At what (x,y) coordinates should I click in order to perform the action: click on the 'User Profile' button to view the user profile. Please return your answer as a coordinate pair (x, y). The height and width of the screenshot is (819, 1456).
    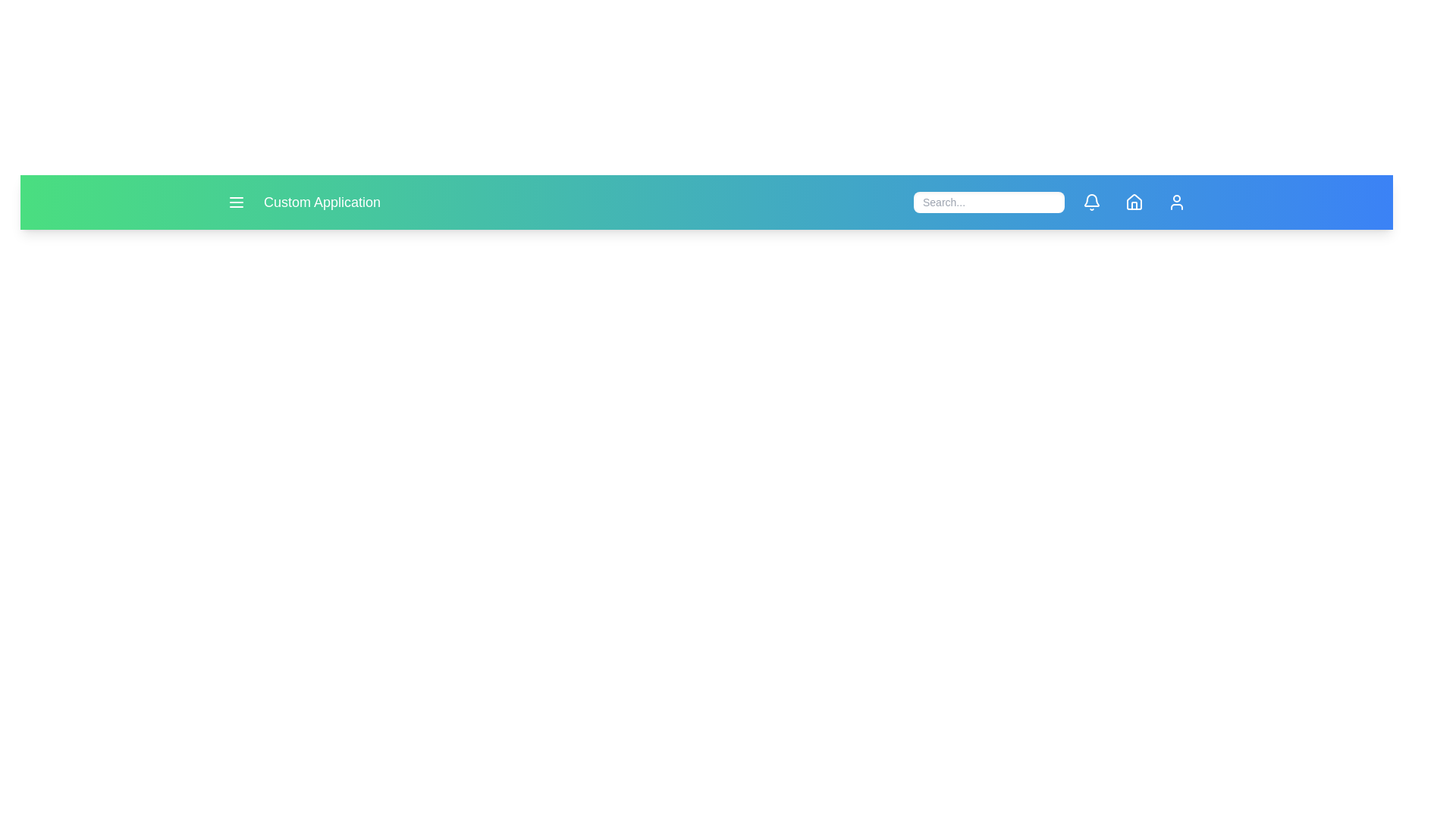
    Looking at the image, I should click on (1175, 201).